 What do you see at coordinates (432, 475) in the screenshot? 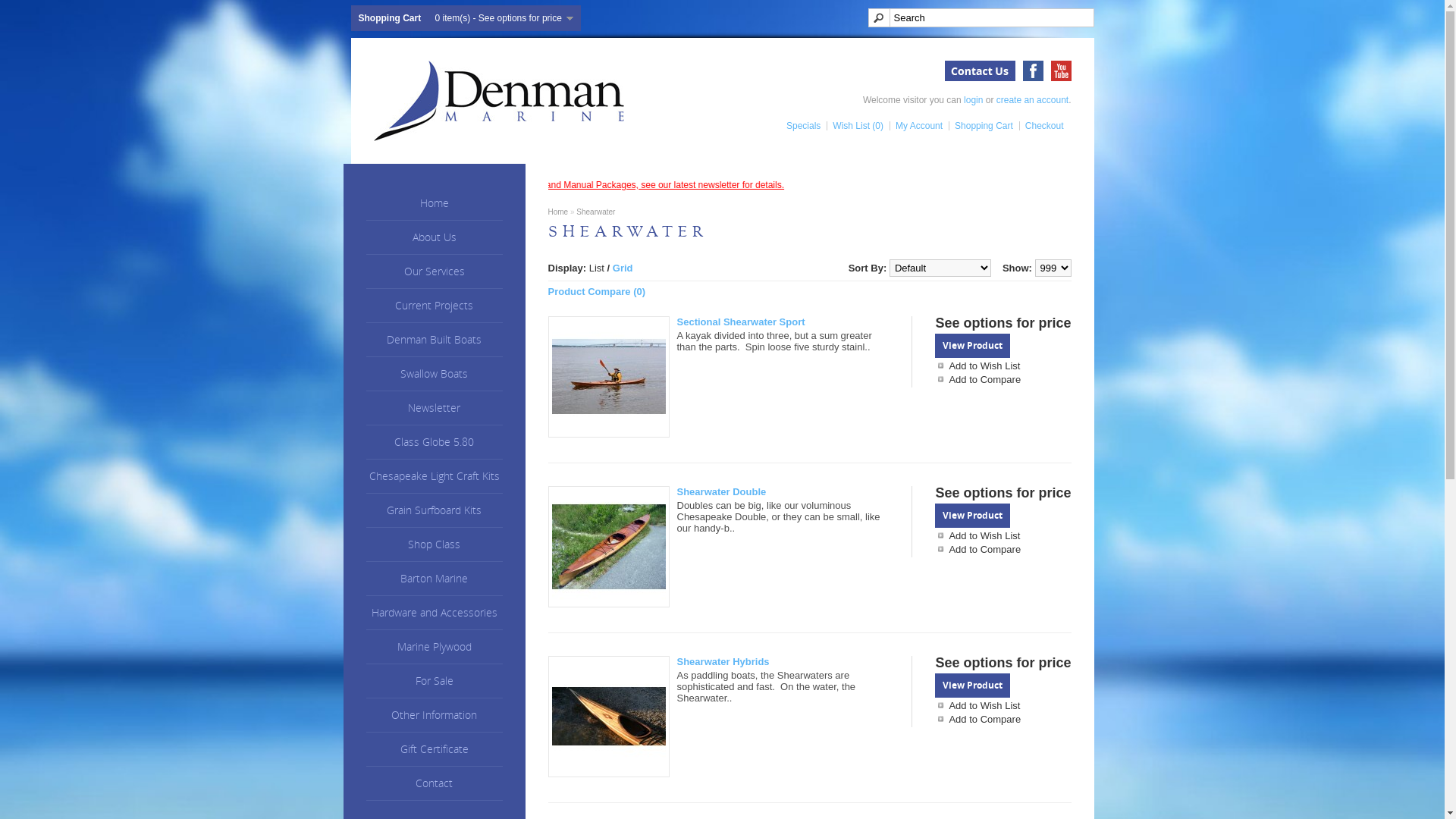
I see `'Chesapeake Light Craft Kits'` at bounding box center [432, 475].